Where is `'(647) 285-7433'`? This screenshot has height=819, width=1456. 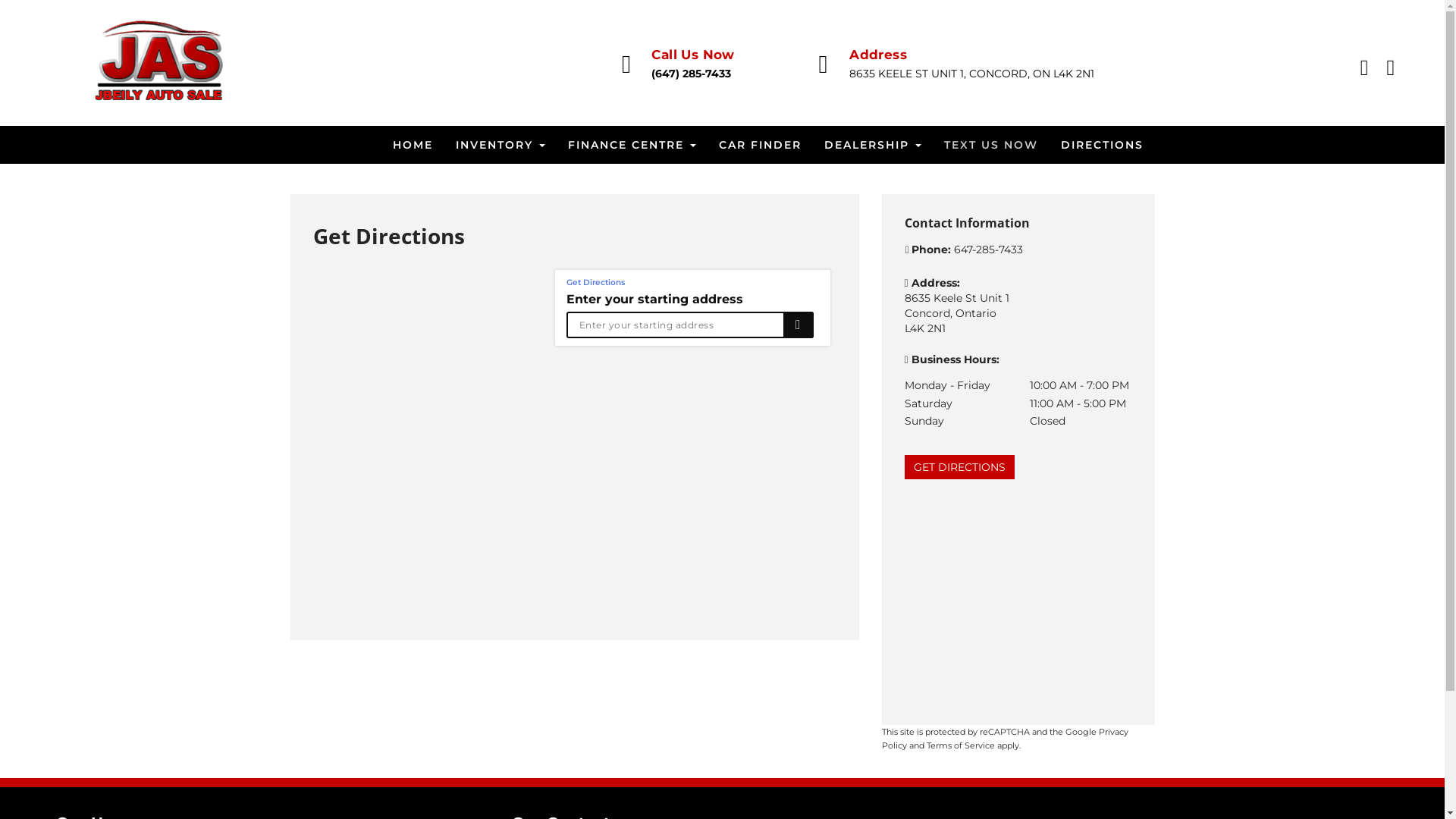 '(647) 285-7433' is located at coordinates (651, 73).